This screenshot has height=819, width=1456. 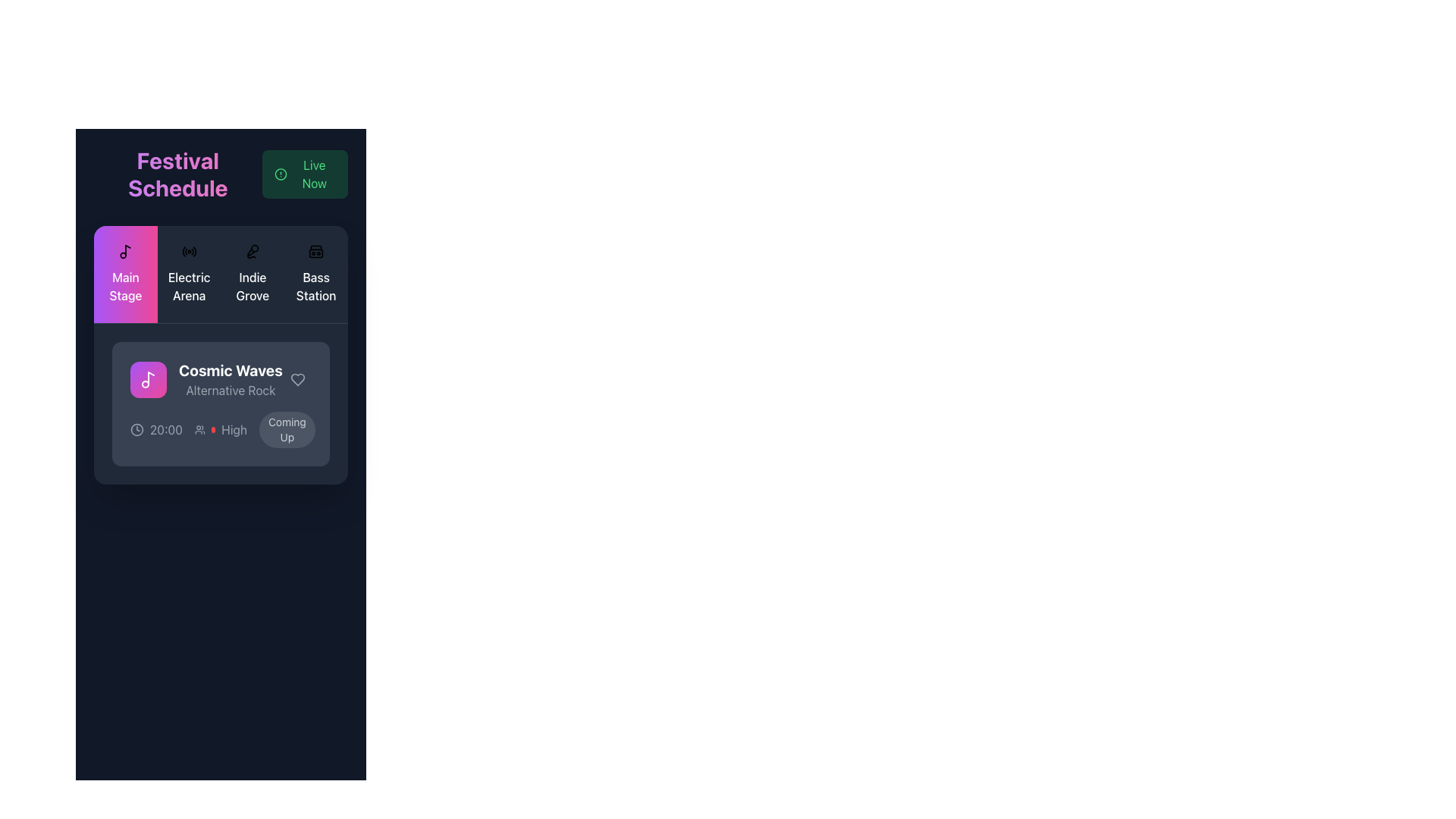 I want to click on the 'Bass Station' icon located in the top menu bar, which visually identifies the 'Bass Station' section of the interface, so click(x=315, y=250).